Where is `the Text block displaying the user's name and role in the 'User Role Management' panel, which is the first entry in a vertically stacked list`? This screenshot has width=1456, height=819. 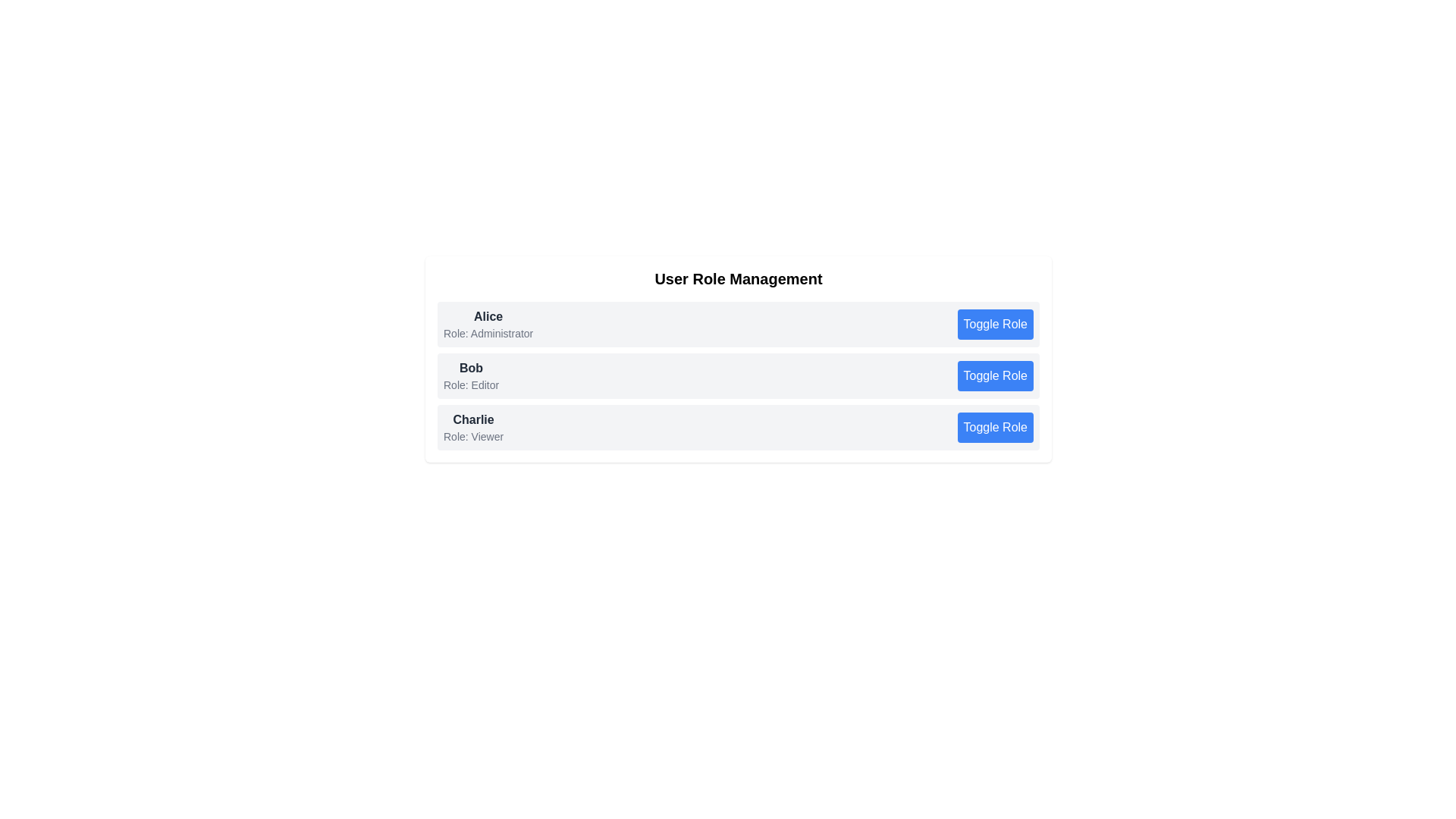
the Text block displaying the user's name and role in the 'User Role Management' panel, which is the first entry in a vertically stacked list is located at coordinates (488, 324).